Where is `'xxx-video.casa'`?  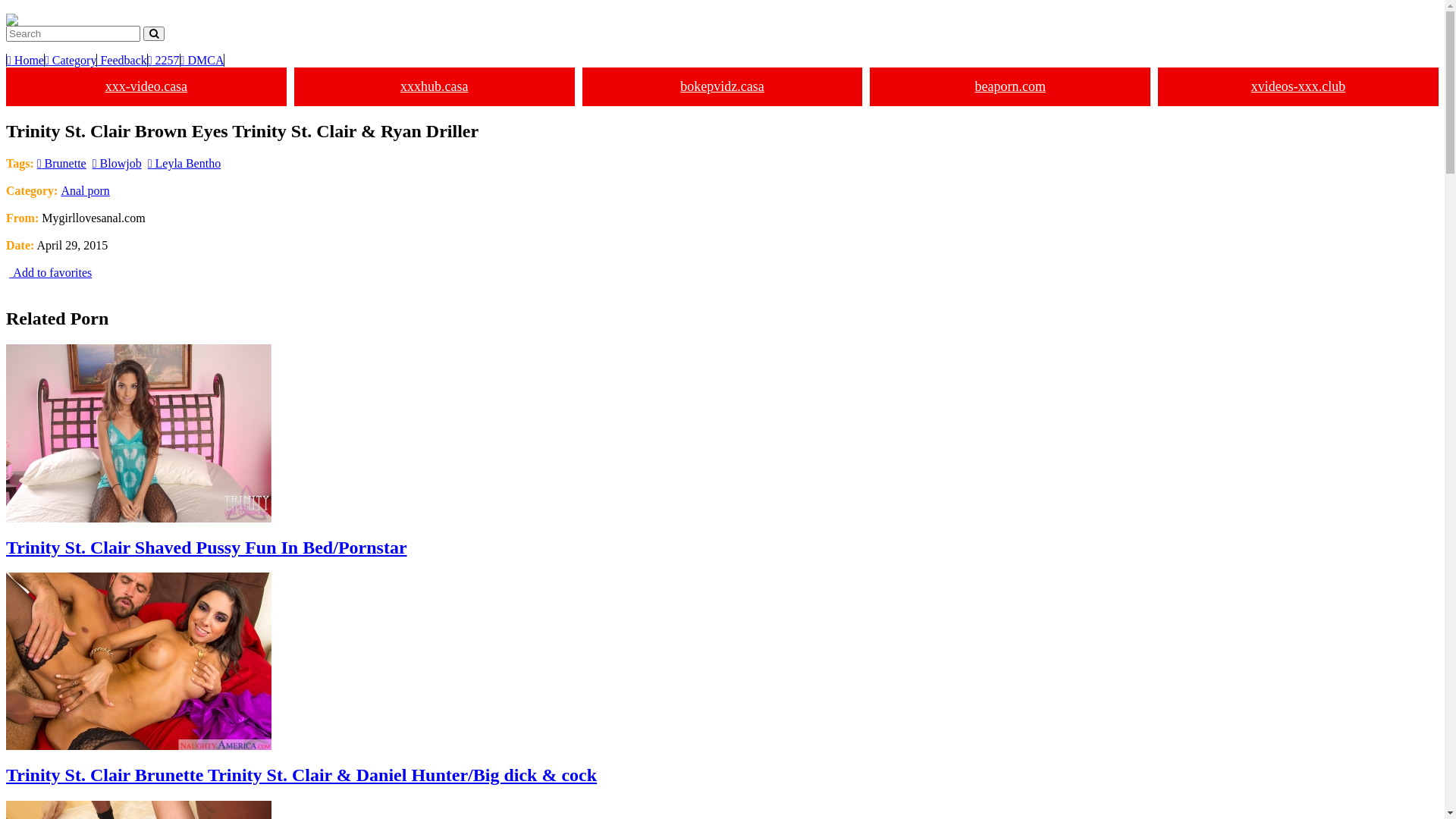
'xxx-video.casa' is located at coordinates (6, 86).